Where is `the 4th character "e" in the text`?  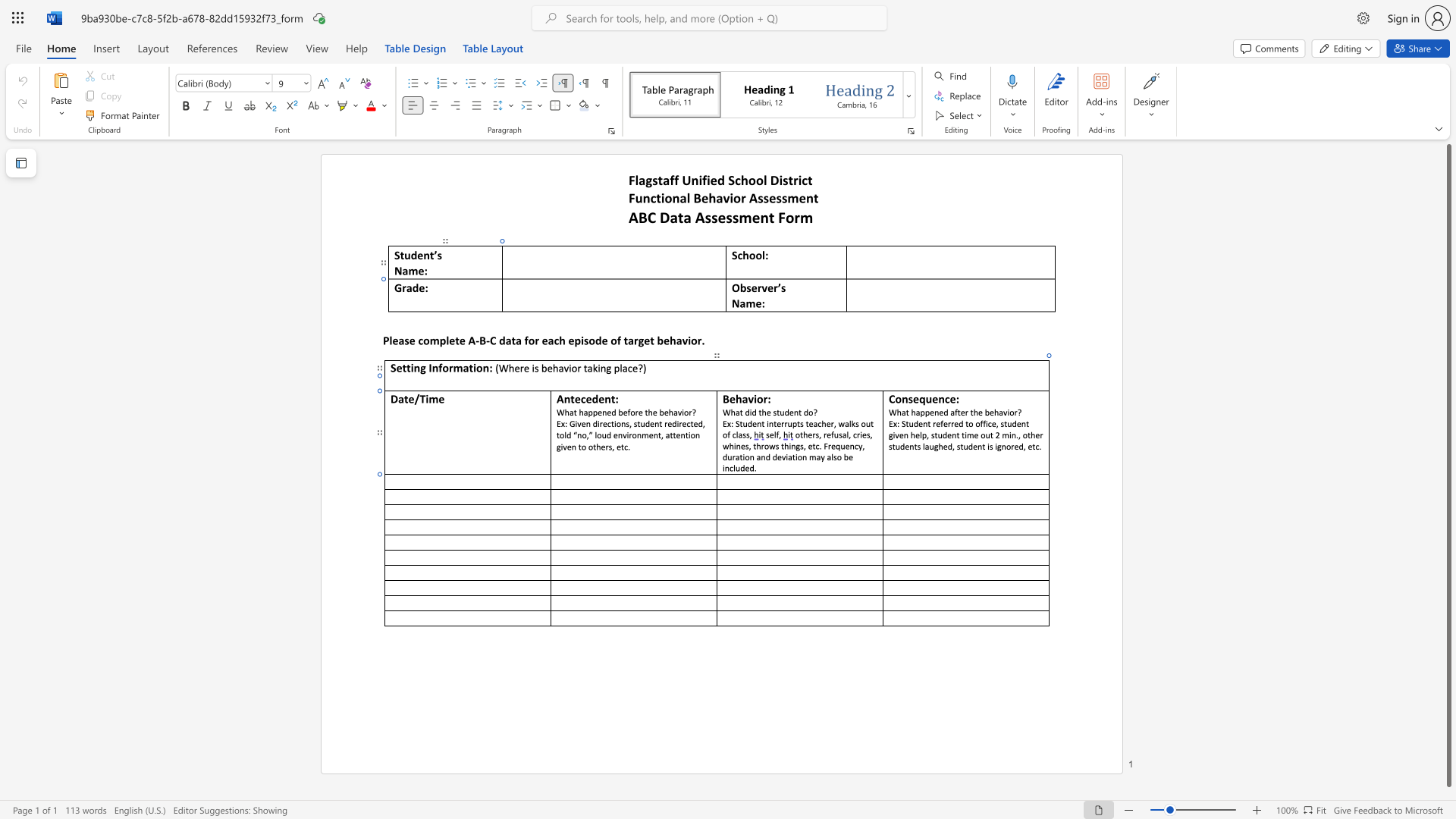 the 4th character "e" in the text is located at coordinates (980, 412).